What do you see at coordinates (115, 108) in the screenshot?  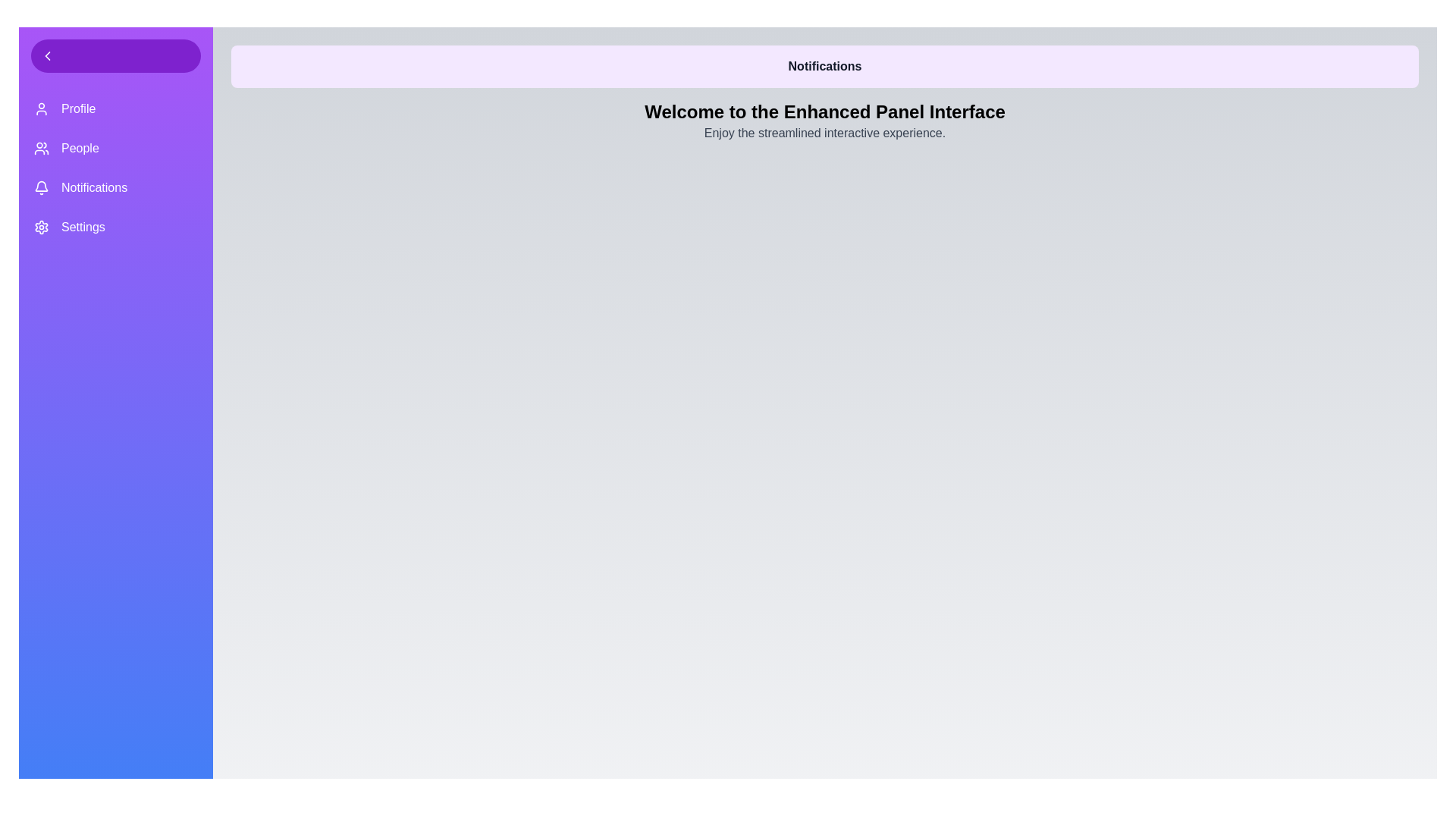 I see `the menu item Profile from the menu` at bounding box center [115, 108].